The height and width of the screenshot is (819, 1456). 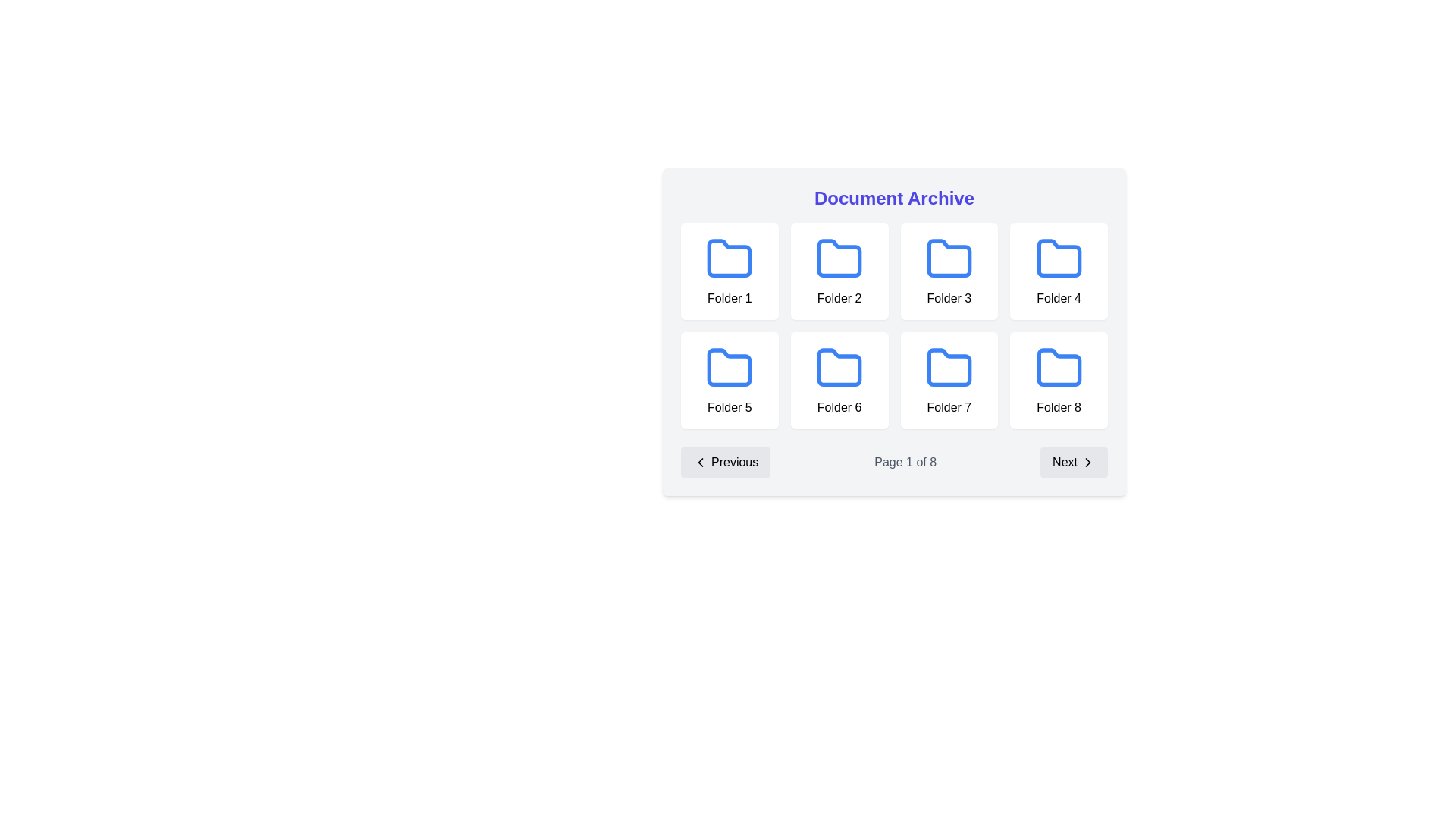 I want to click on the 'Previous' button with a leftward-chevron icon, so click(x=725, y=461).